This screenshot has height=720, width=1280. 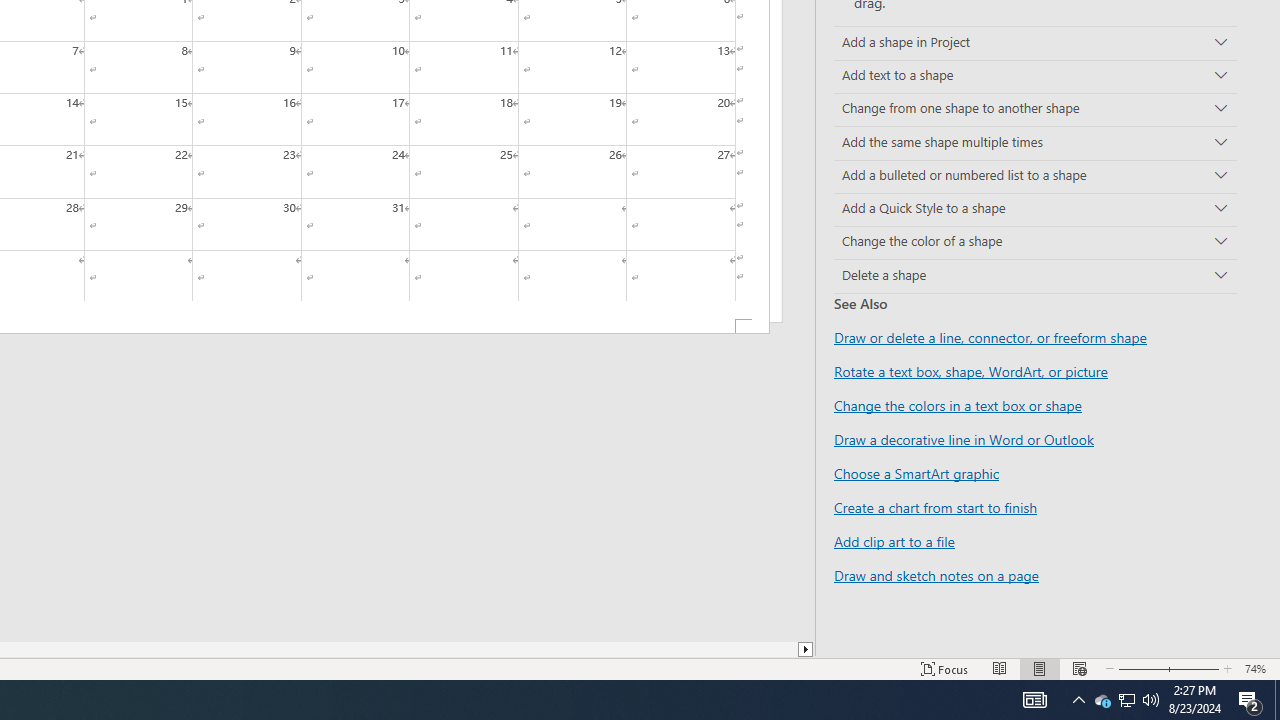 What do you see at coordinates (935, 575) in the screenshot?
I see `'Draw and sketch notes on a page'` at bounding box center [935, 575].